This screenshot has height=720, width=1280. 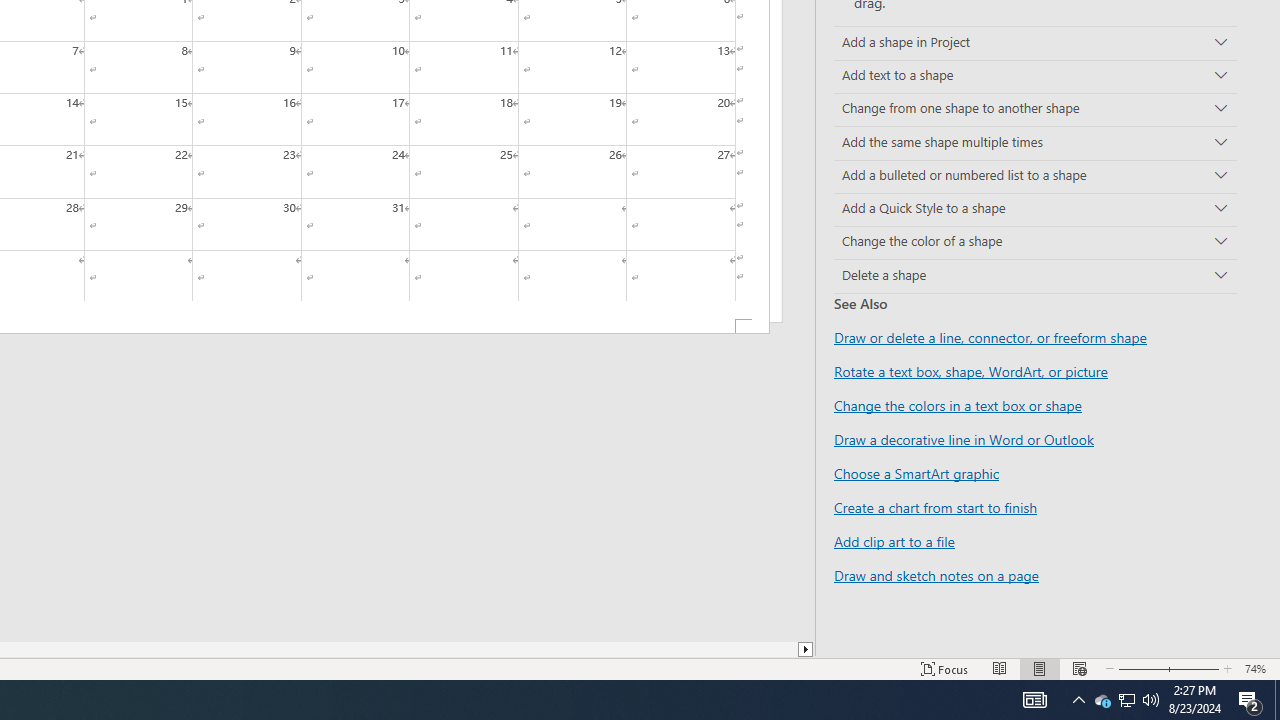 What do you see at coordinates (935, 575) in the screenshot?
I see `'Draw and sketch notes on a page'` at bounding box center [935, 575].